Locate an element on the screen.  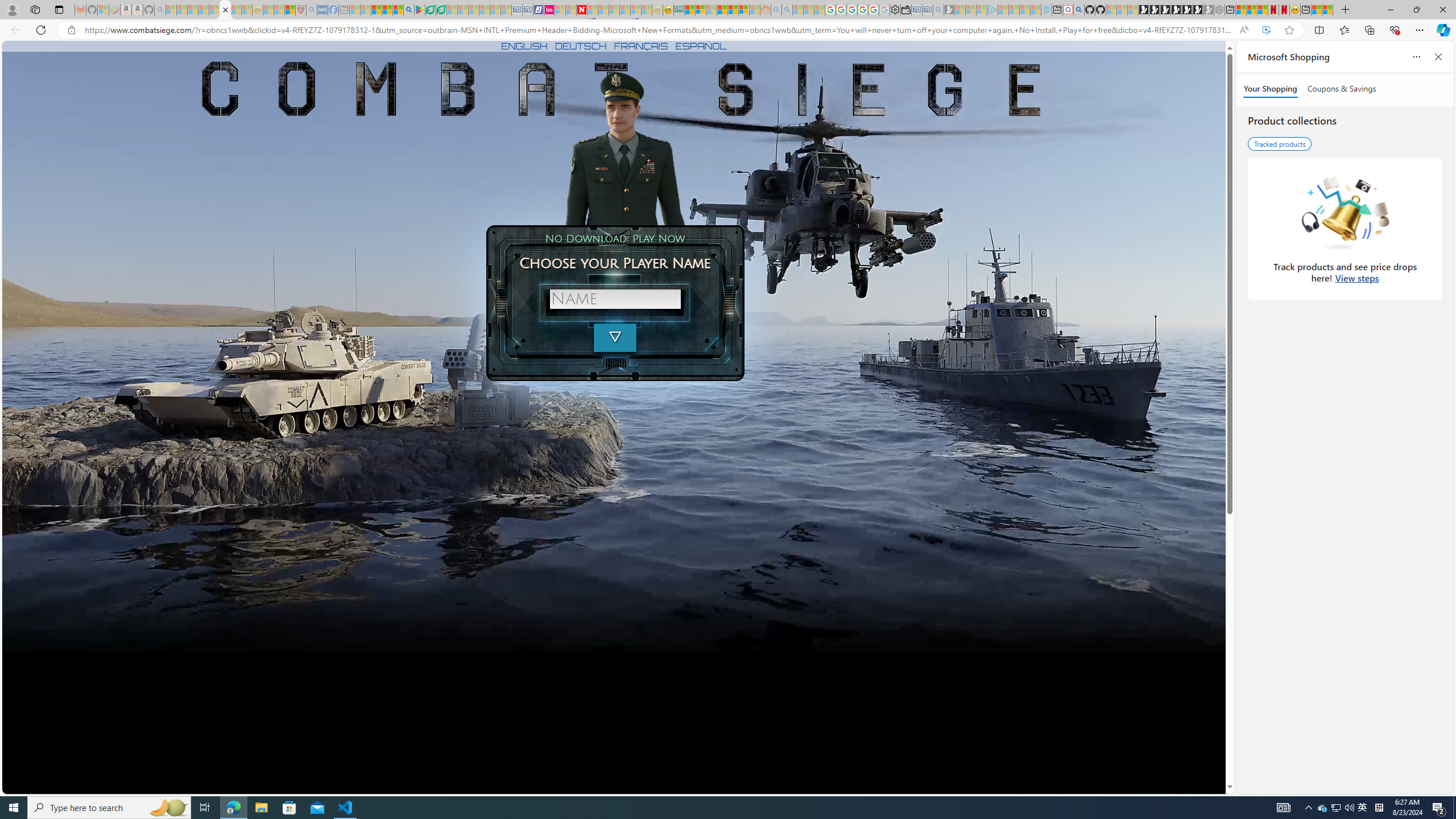
'Latest Politics News & Archive | Newsweek.com' is located at coordinates (582, 9).